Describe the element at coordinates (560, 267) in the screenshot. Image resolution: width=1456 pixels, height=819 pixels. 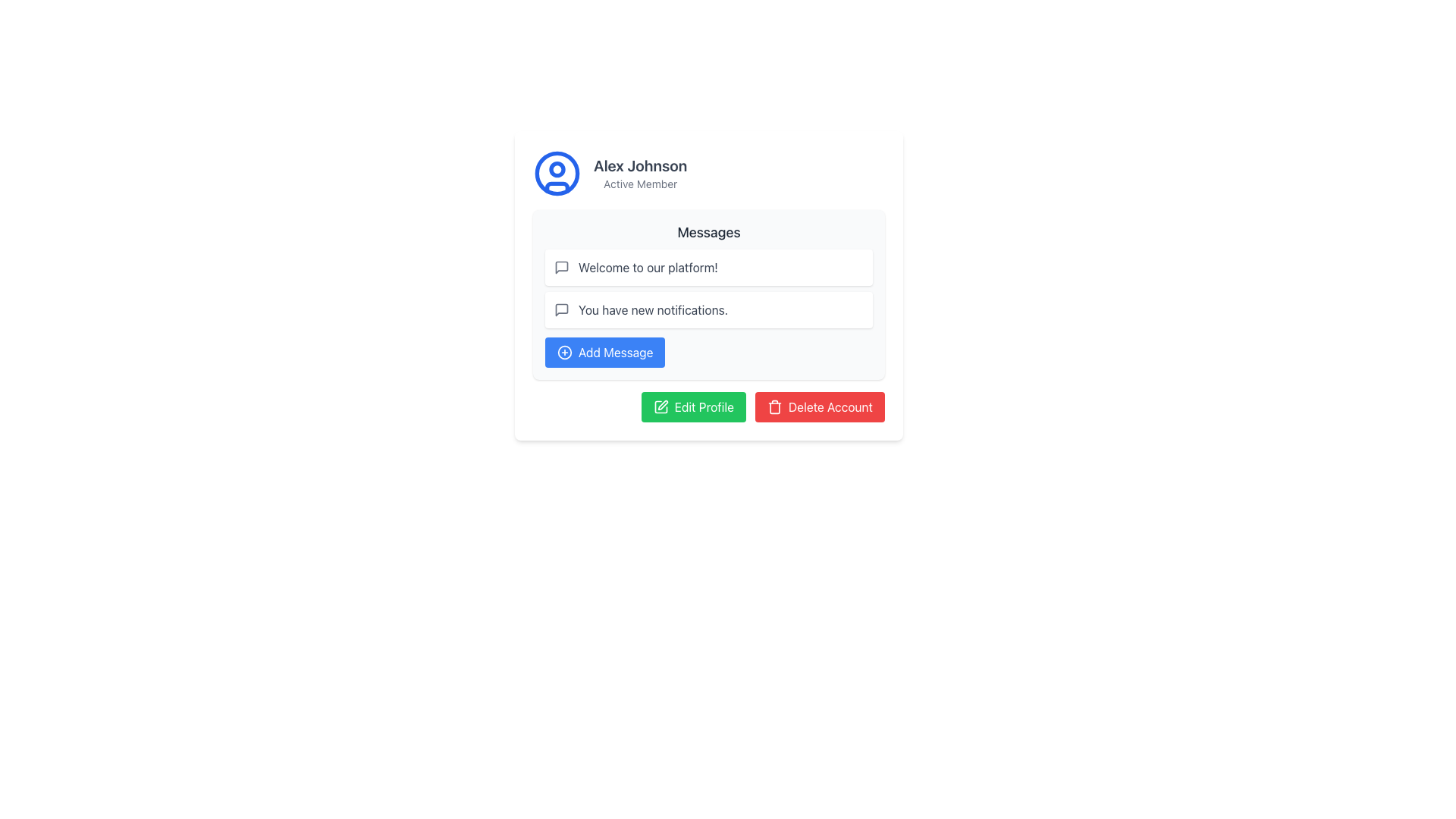
I see `the icon indicating the message or comments feature, positioned to the left of the message text 'Welcome to our platform!'` at that location.